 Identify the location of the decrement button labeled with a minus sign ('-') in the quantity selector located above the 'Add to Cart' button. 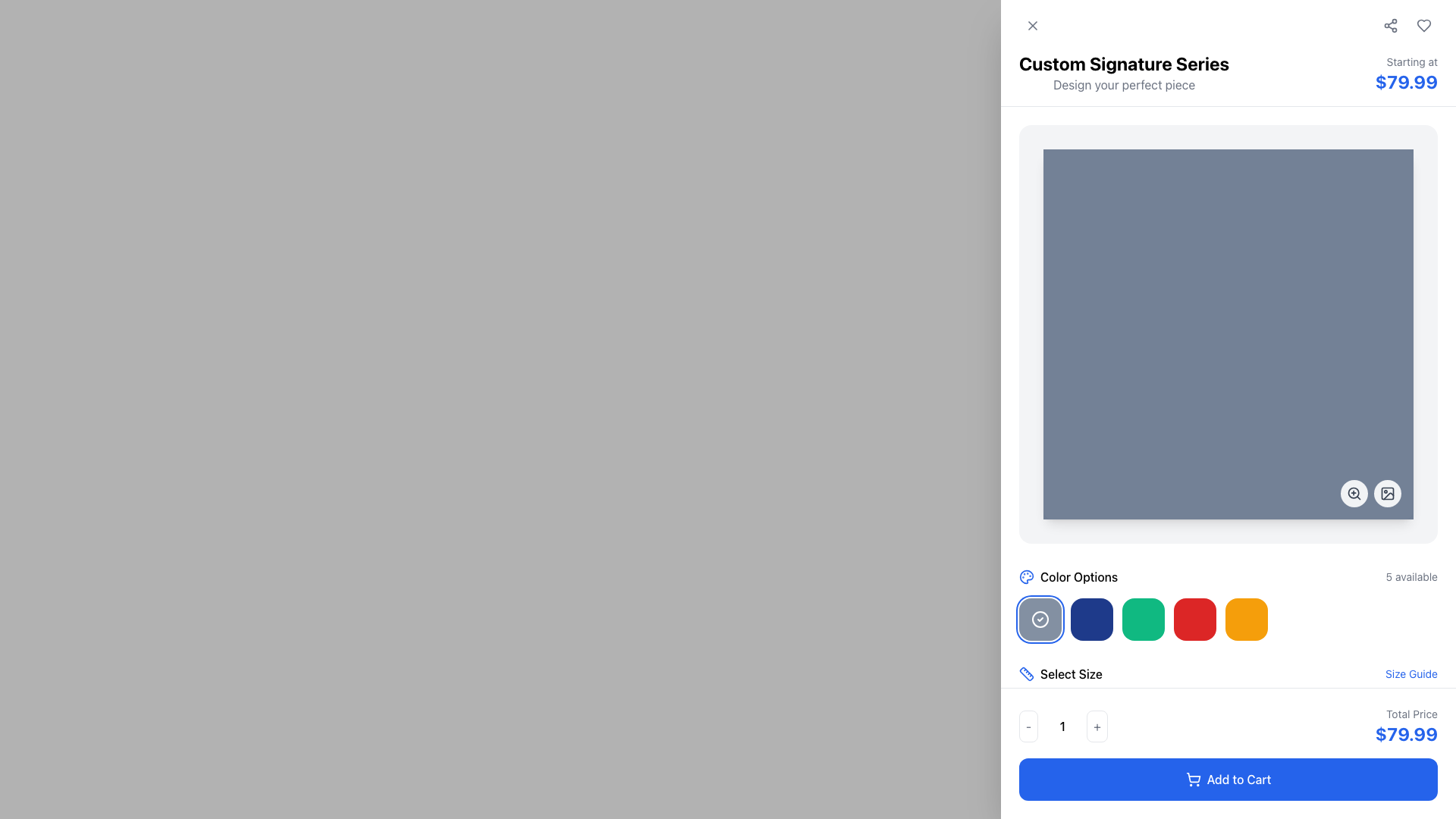
(1062, 725).